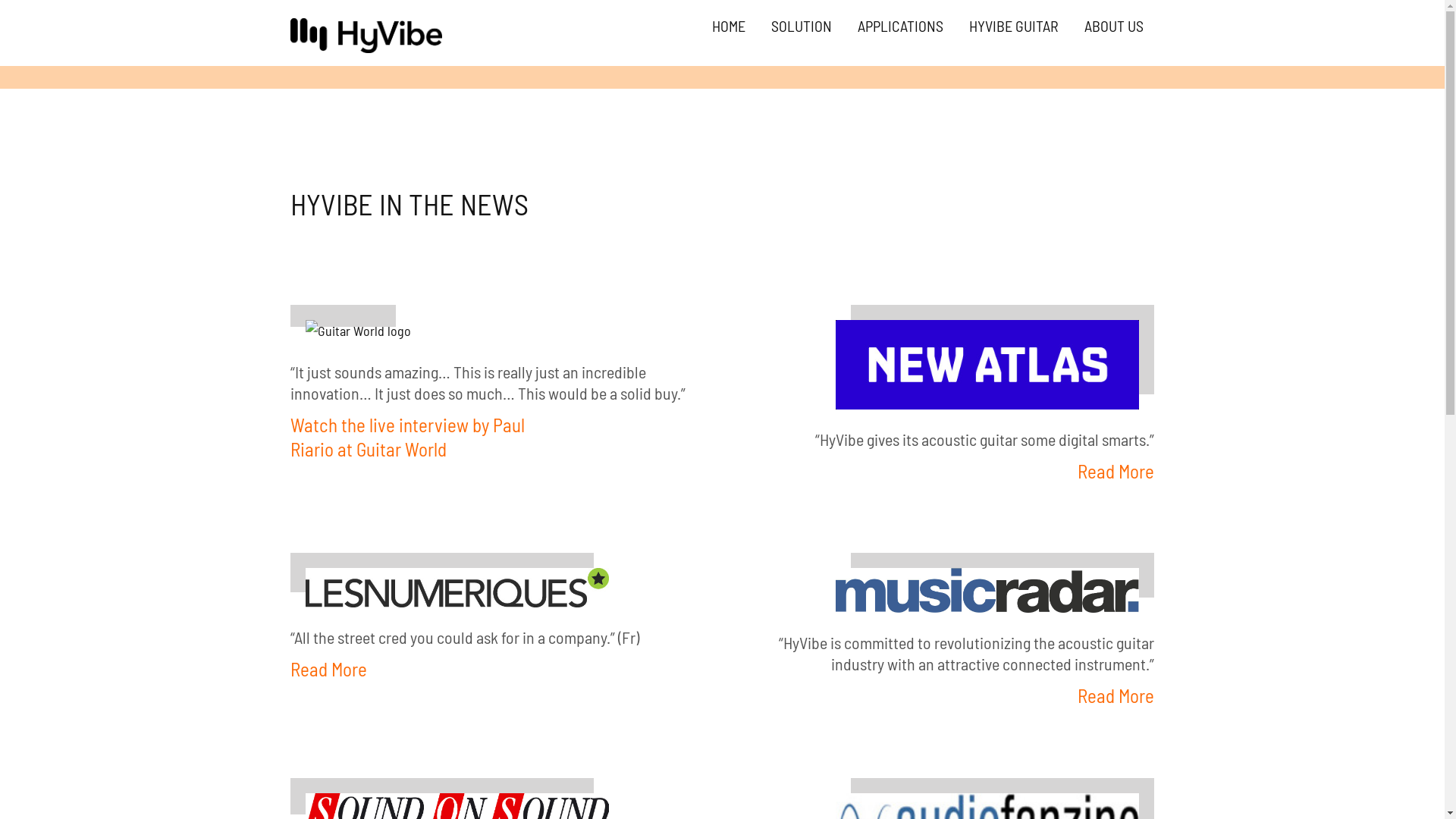 This screenshot has width=1456, height=819. What do you see at coordinates (846, 26) in the screenshot?
I see `'APPLICATIONS'` at bounding box center [846, 26].